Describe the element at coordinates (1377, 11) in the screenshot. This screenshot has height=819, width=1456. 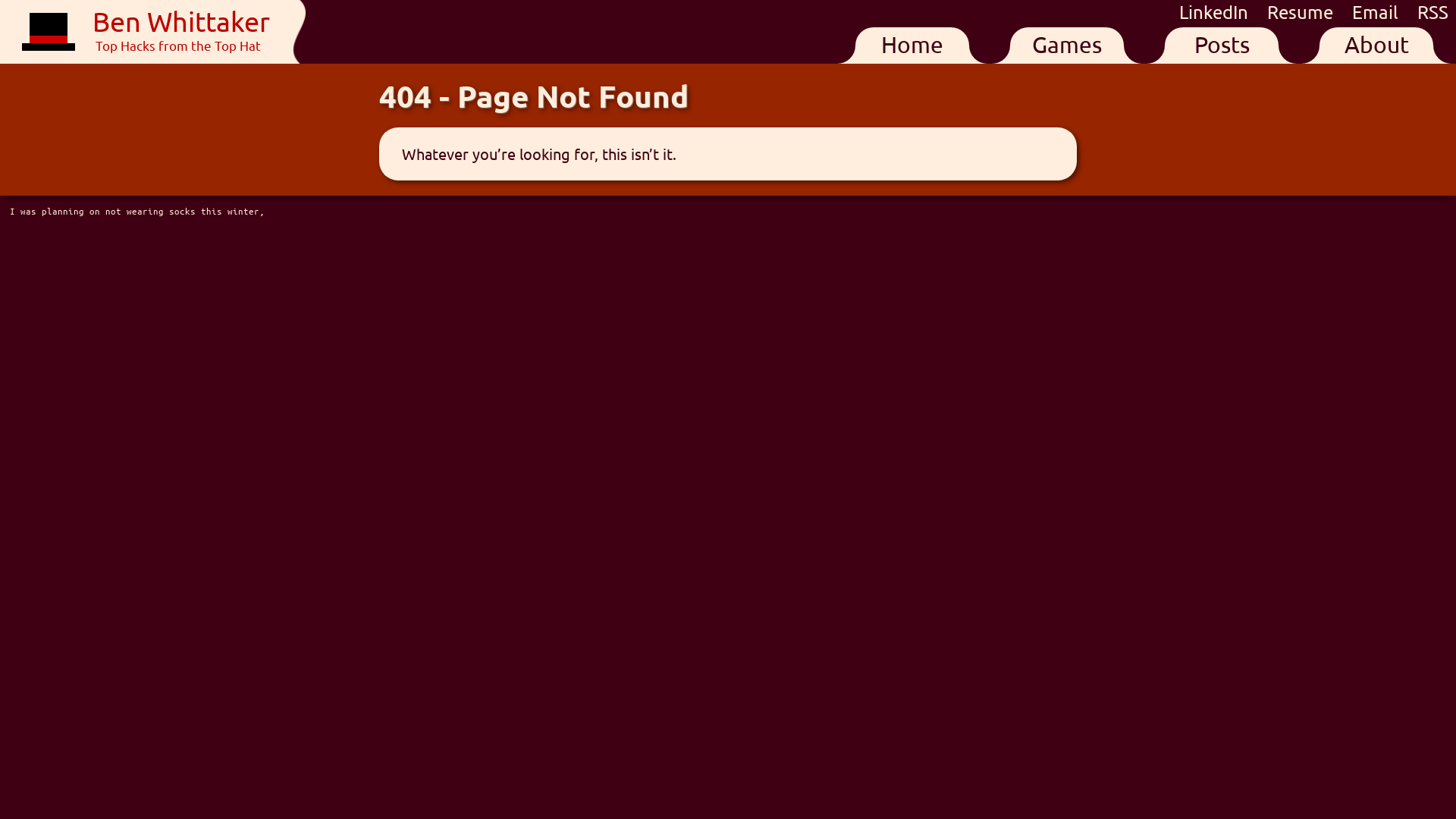
I see `'Email'` at that location.